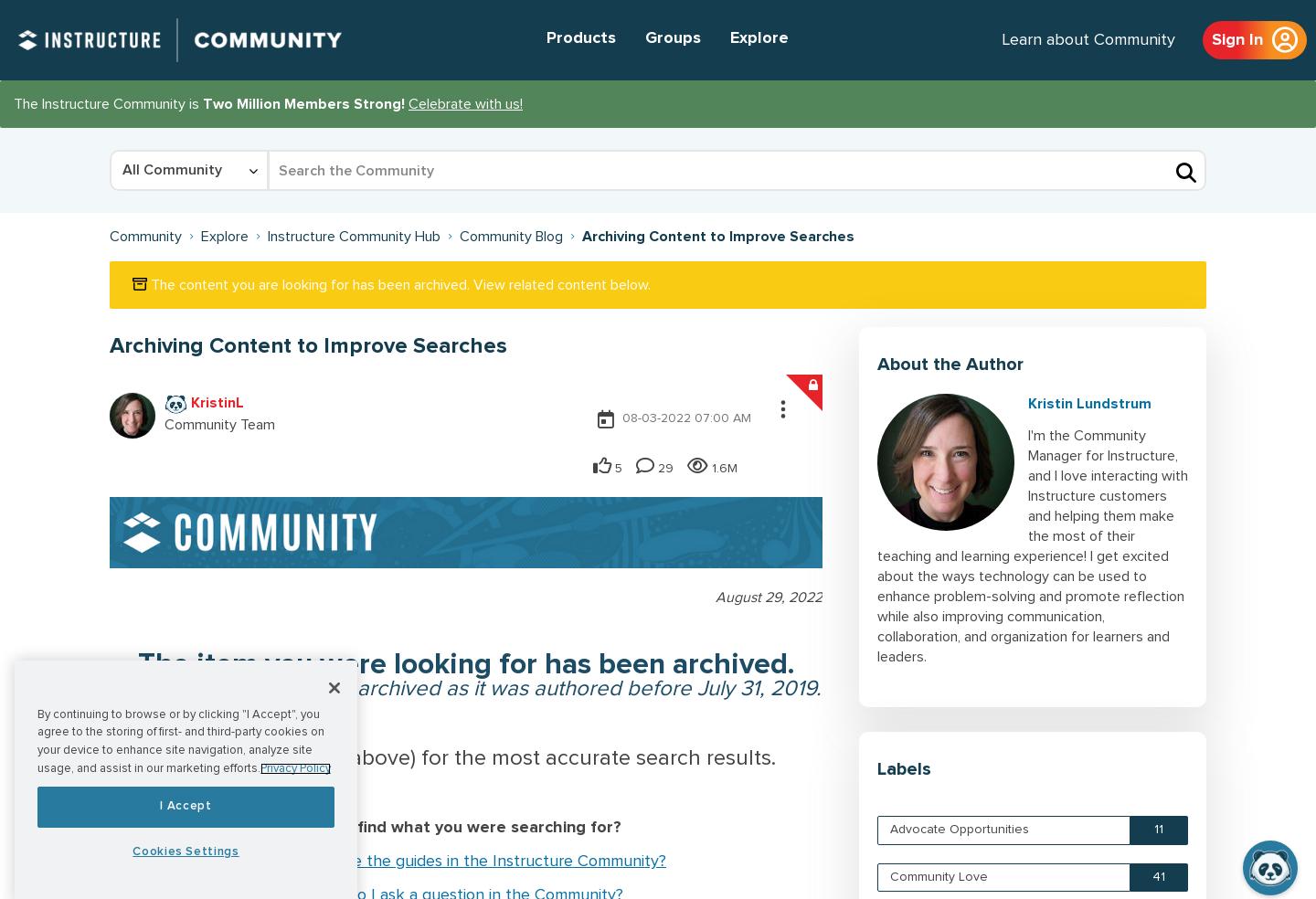  I want to click on 'How do I use the guides in the Instructure Community?', so click(465, 861).